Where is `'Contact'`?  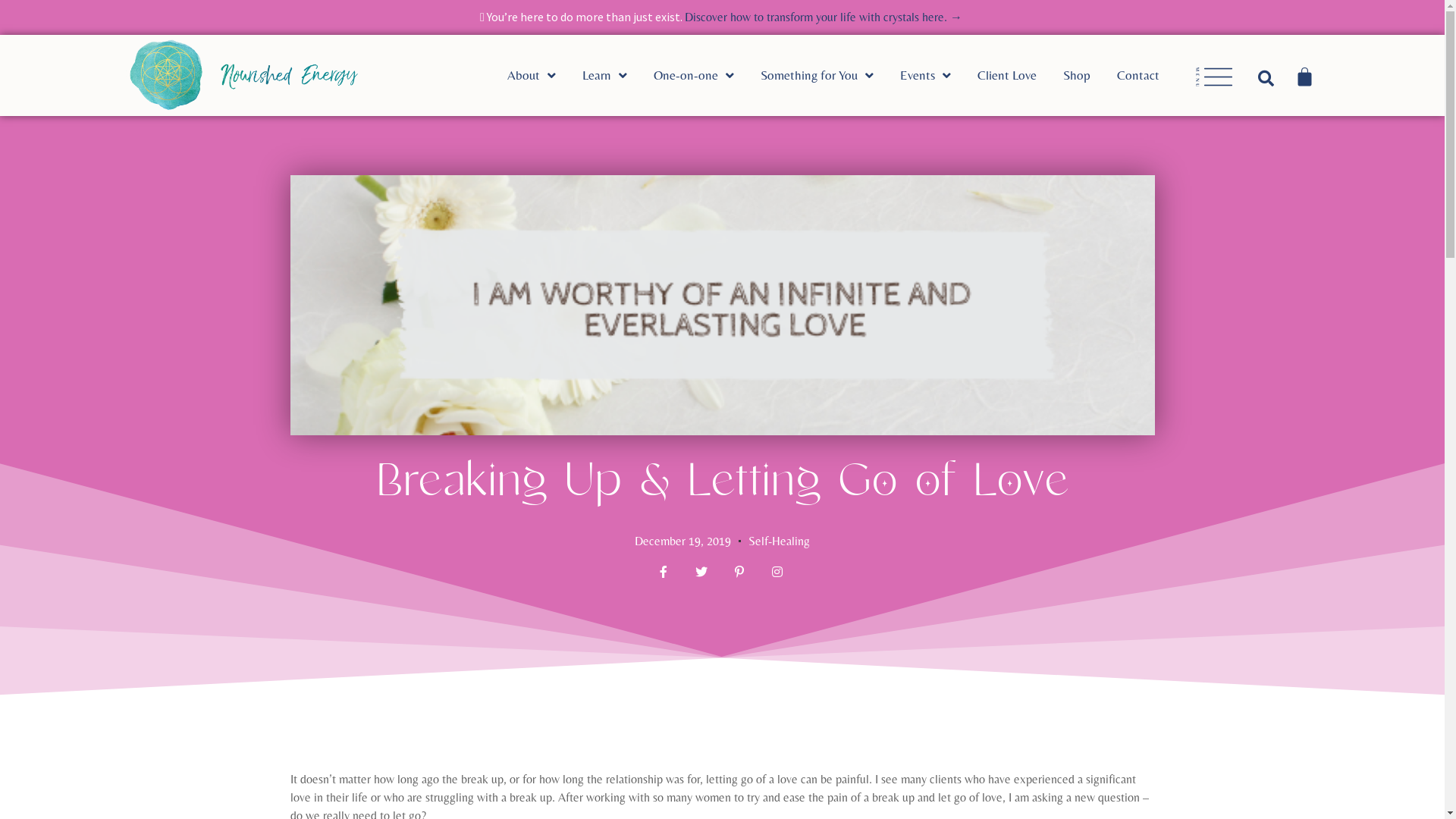 'Contact' is located at coordinates (1151, 76).